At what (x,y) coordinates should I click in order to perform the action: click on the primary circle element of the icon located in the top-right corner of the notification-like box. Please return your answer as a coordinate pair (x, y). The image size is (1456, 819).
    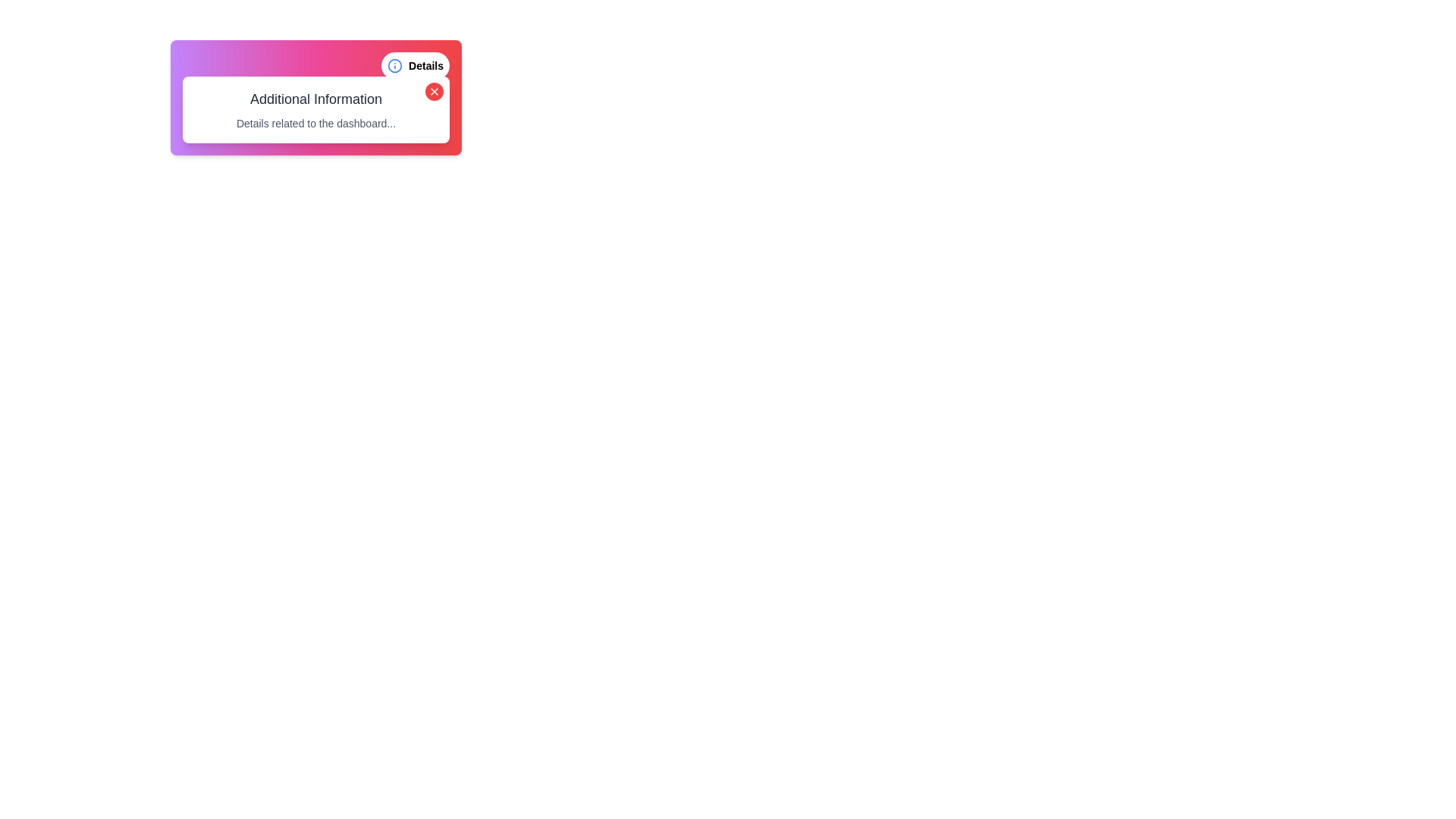
    Looking at the image, I should click on (395, 65).